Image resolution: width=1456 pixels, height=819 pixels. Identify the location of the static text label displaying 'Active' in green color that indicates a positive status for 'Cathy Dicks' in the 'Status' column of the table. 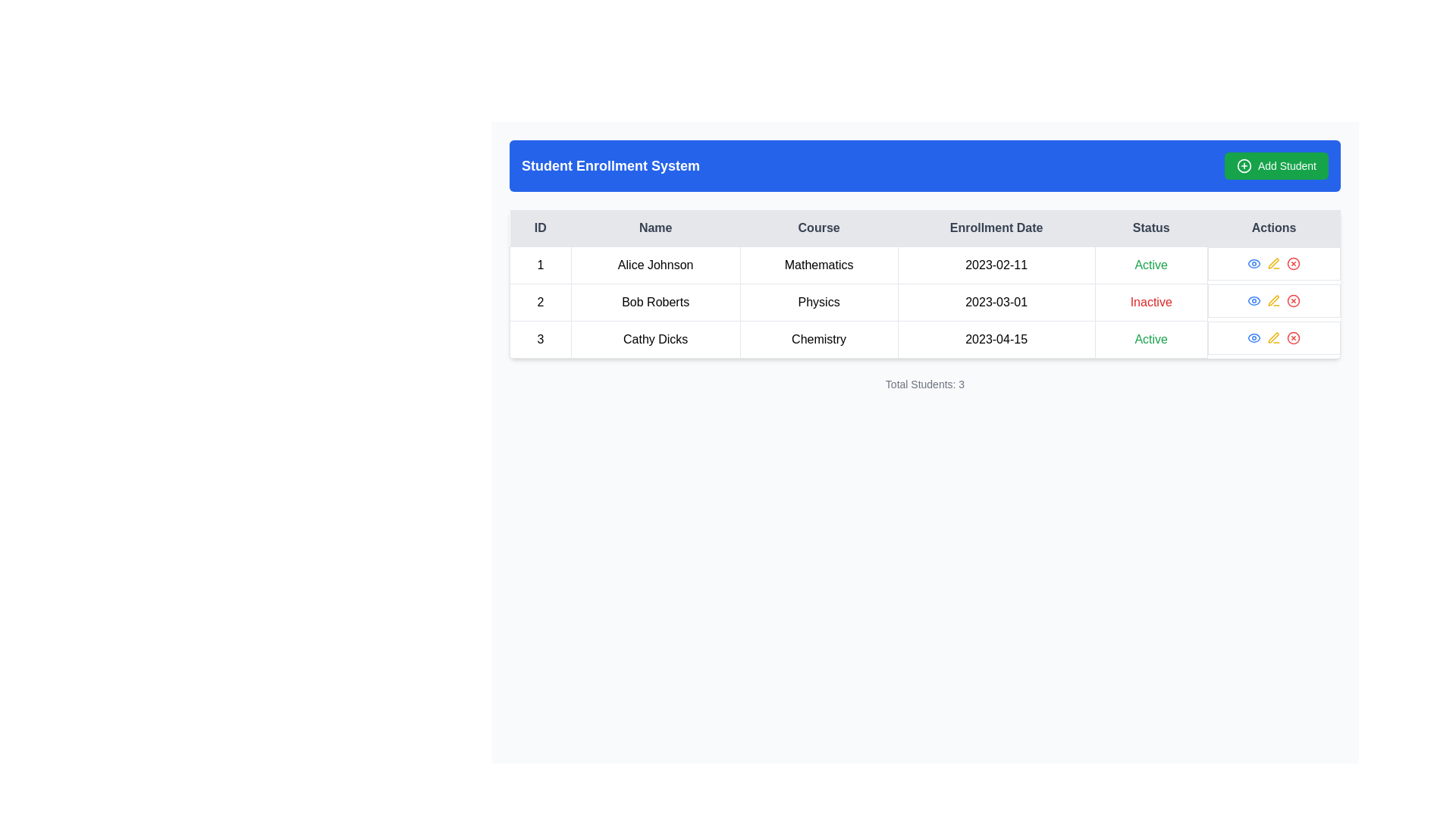
(1151, 338).